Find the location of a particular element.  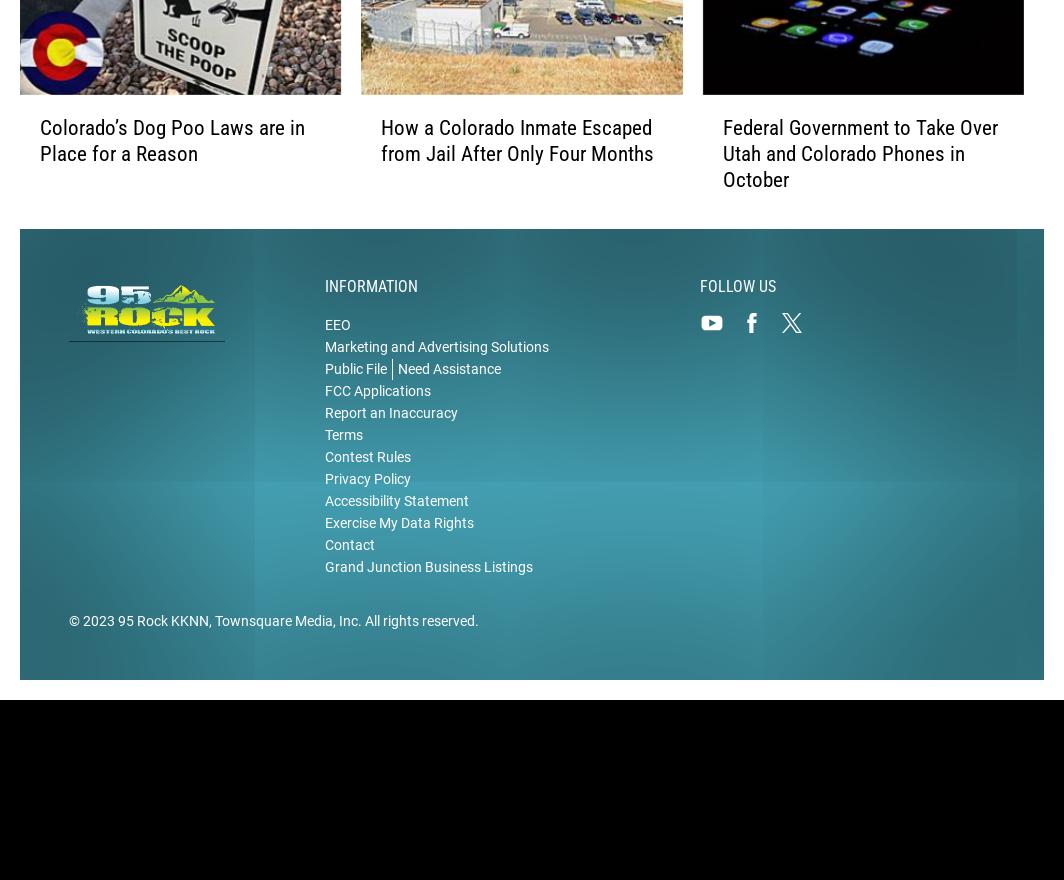

'Public File' is located at coordinates (356, 369).